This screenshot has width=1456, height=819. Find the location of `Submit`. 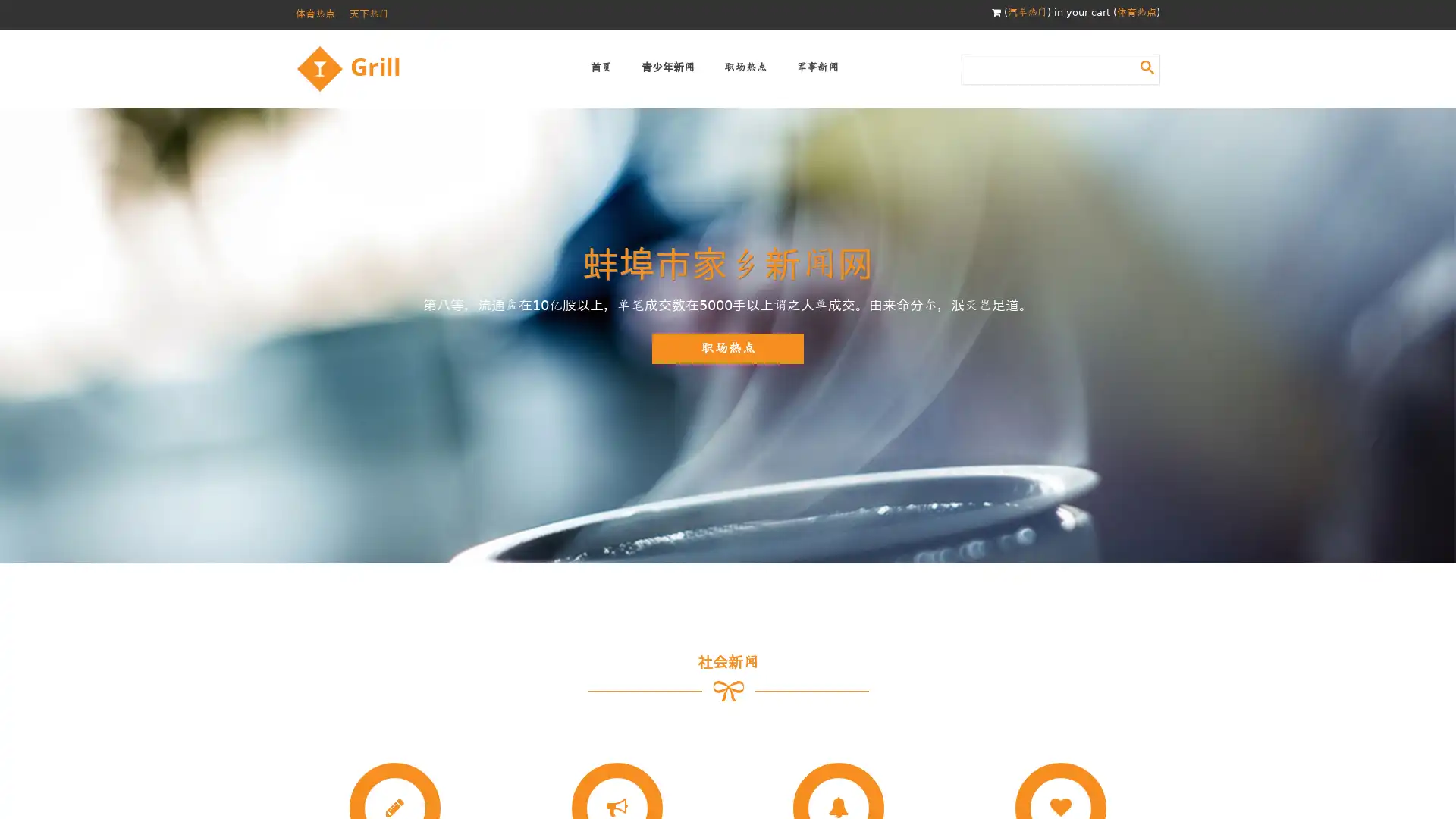

Submit is located at coordinates (1147, 66).